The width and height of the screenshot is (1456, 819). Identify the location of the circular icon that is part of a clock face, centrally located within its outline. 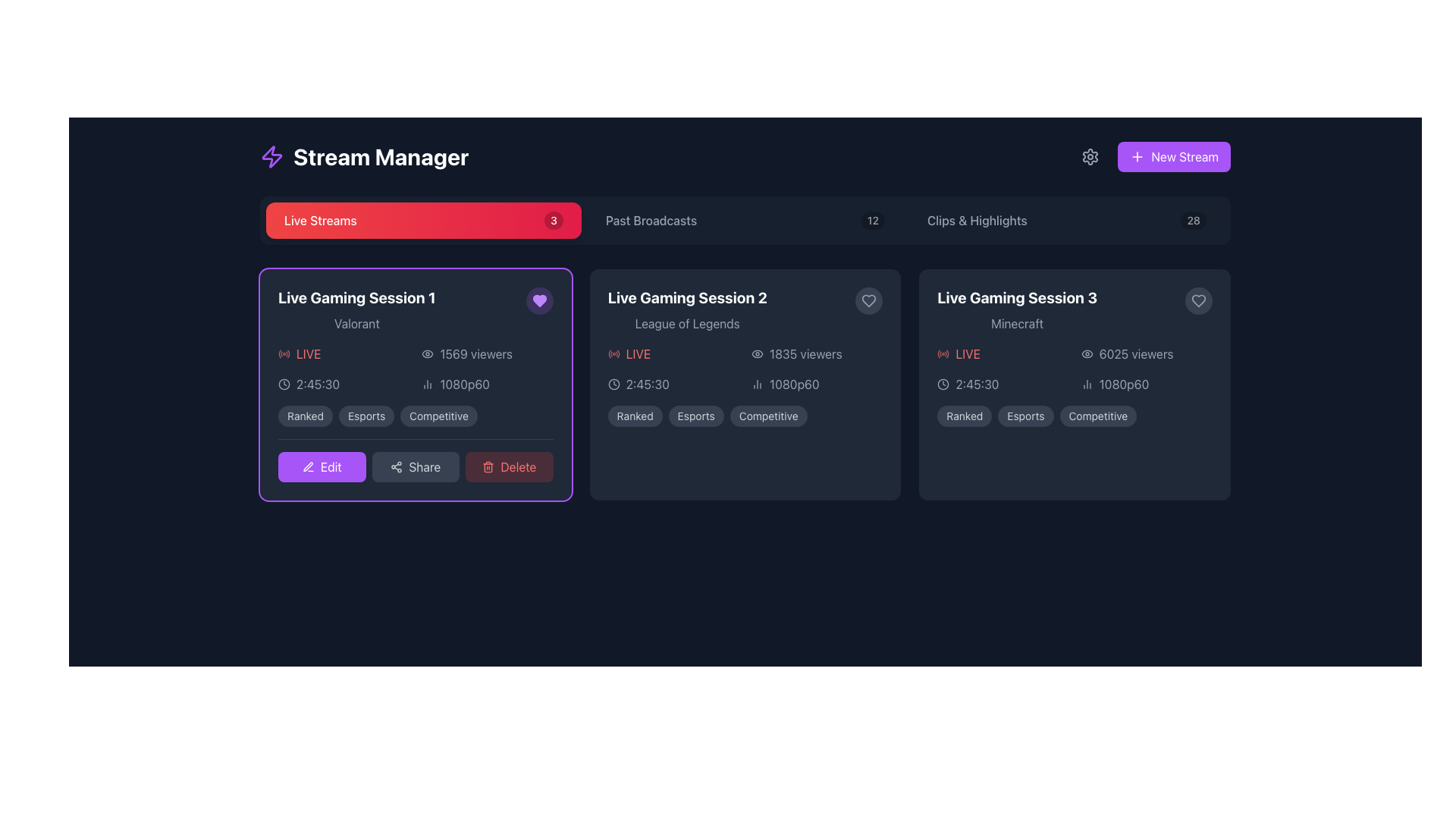
(284, 383).